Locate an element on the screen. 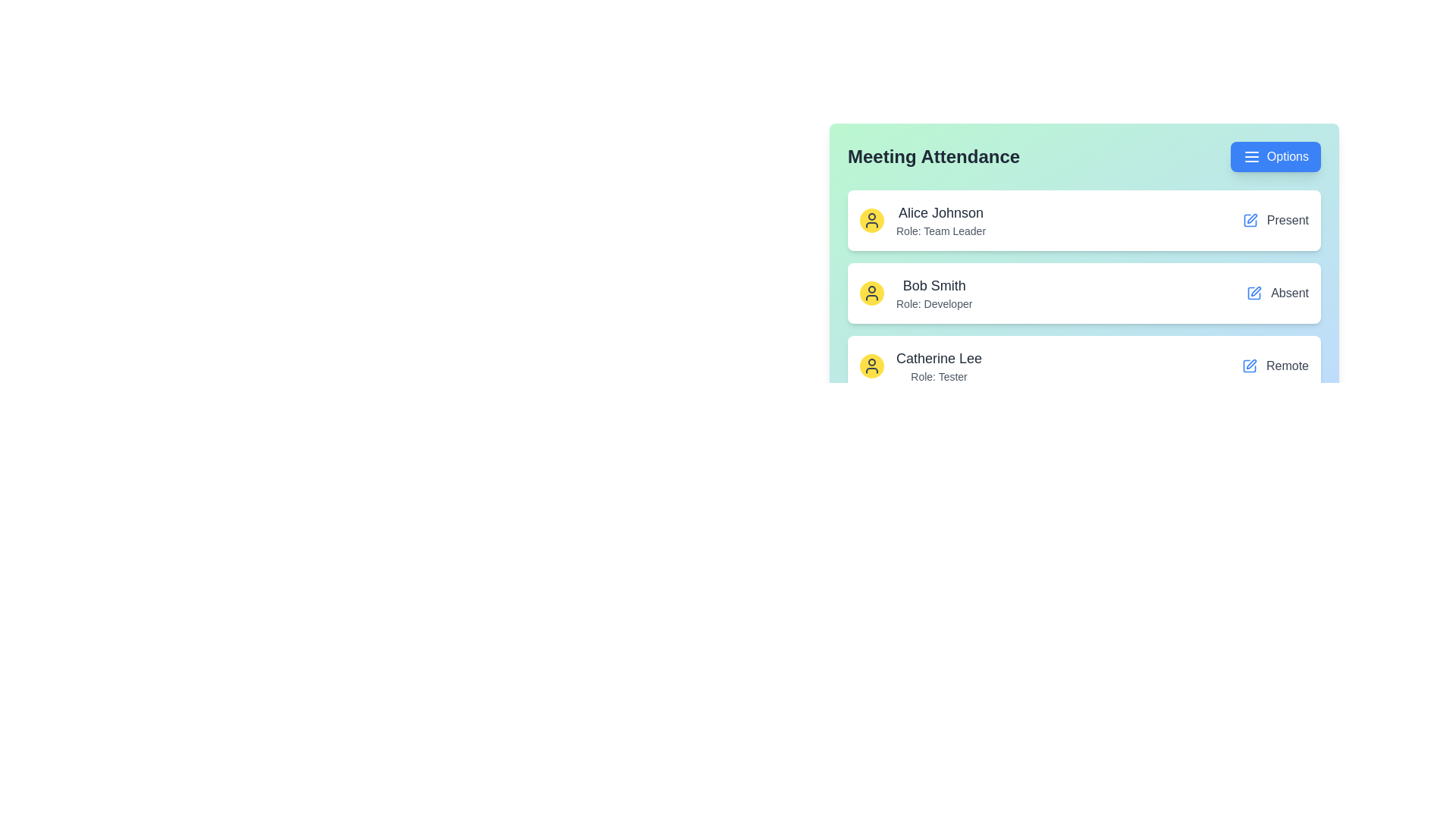  the image icon depicting a person, which is enclosed in a yellow circular background and positioned to the left of the text 'Catherine Lee Role: Tester' is located at coordinates (872, 366).